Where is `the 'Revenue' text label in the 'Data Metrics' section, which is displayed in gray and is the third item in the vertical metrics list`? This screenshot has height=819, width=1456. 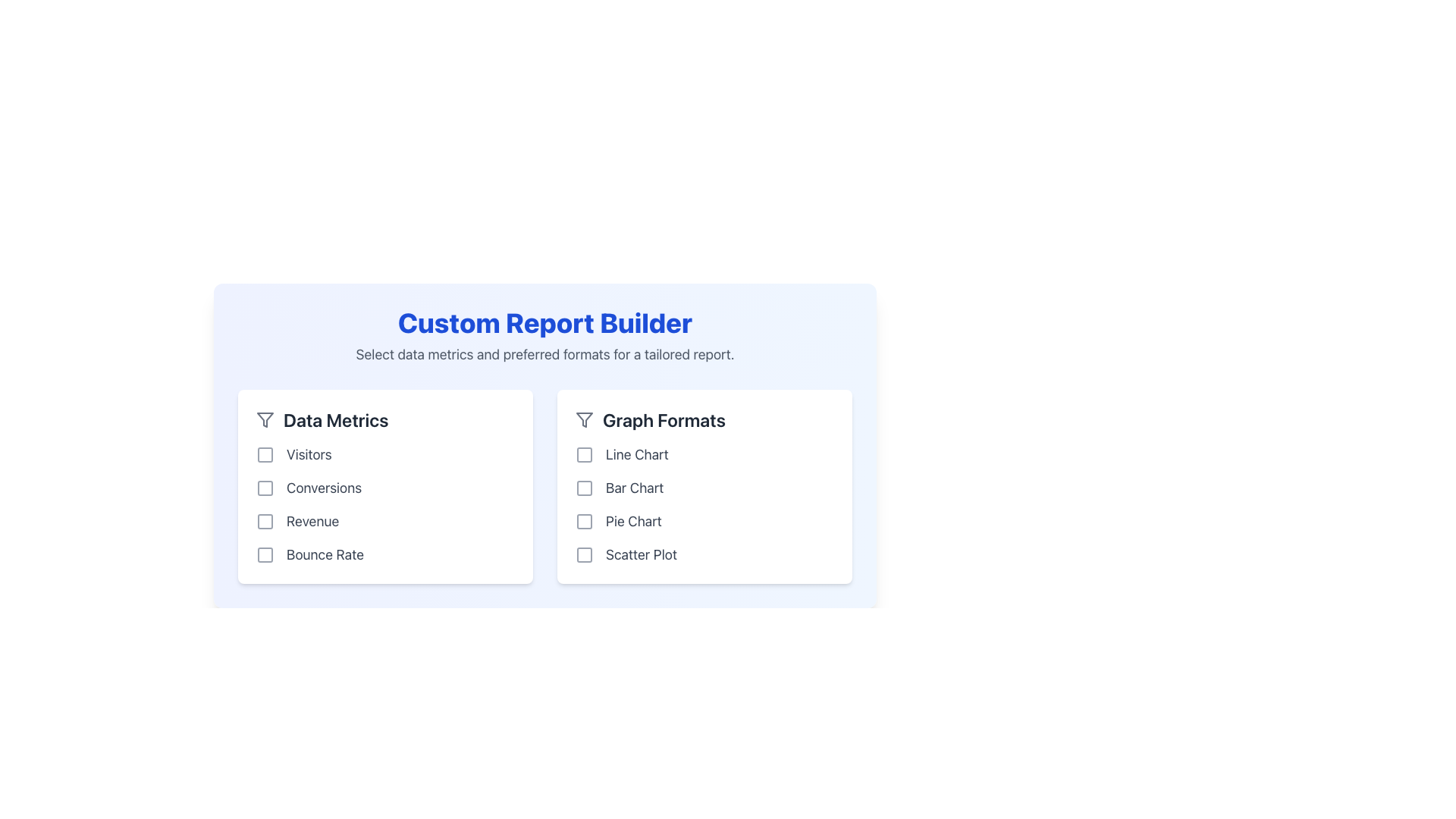
the 'Revenue' text label in the 'Data Metrics' section, which is displayed in gray and is the third item in the vertical metrics list is located at coordinates (312, 520).